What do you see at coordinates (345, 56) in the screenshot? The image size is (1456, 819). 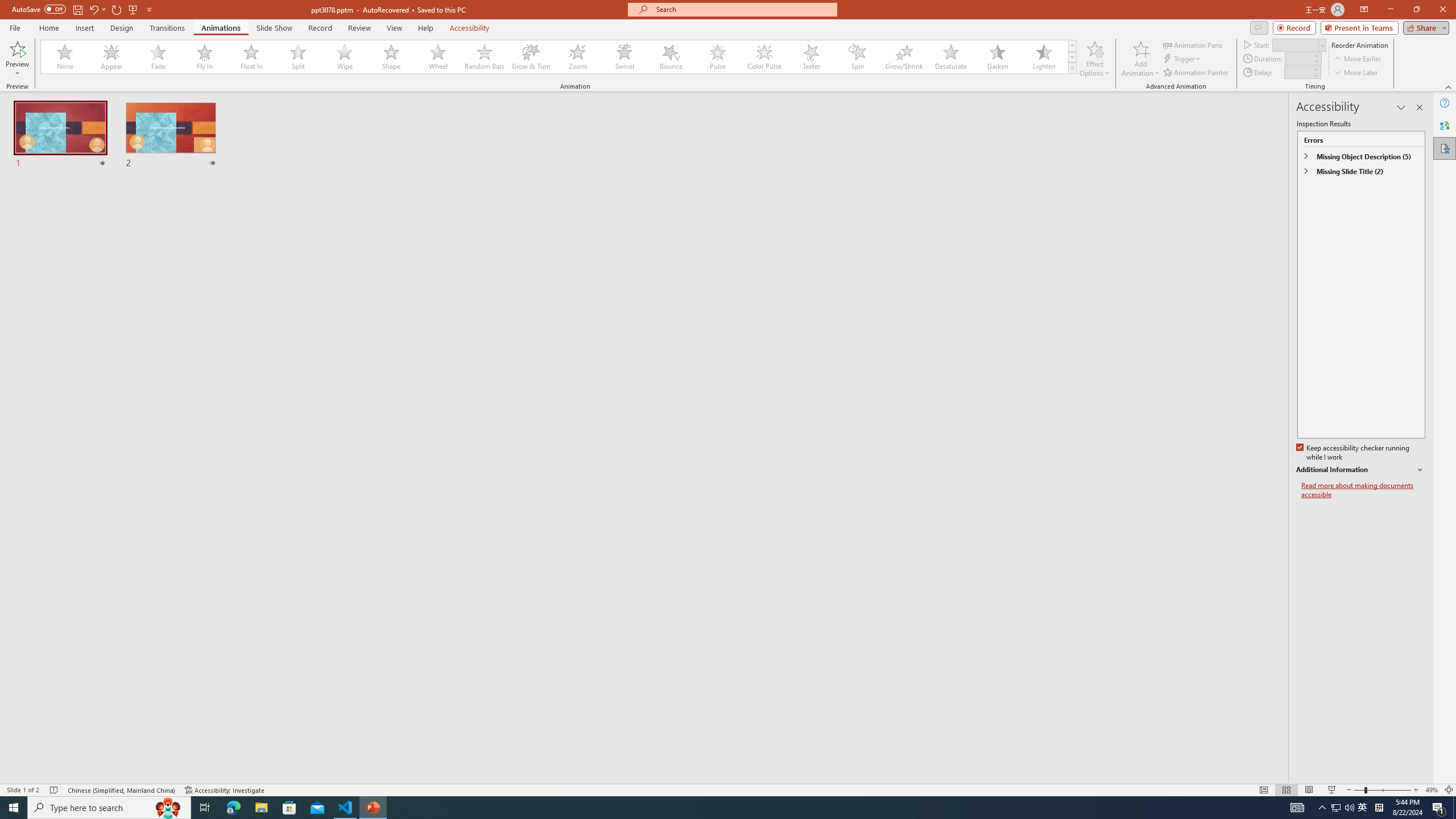 I see `'Wipe'` at bounding box center [345, 56].